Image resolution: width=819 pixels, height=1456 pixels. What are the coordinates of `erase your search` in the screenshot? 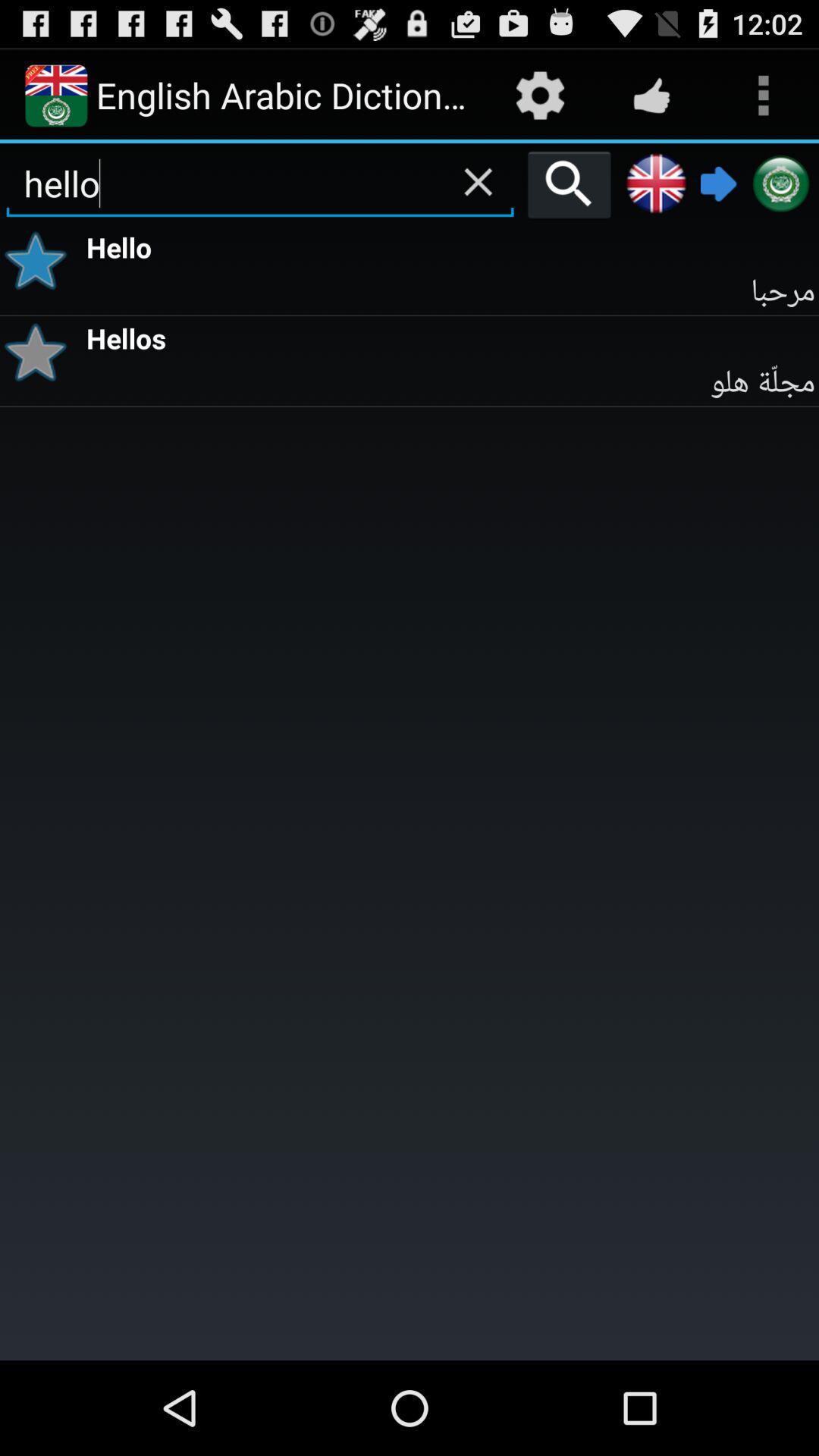 It's located at (478, 182).